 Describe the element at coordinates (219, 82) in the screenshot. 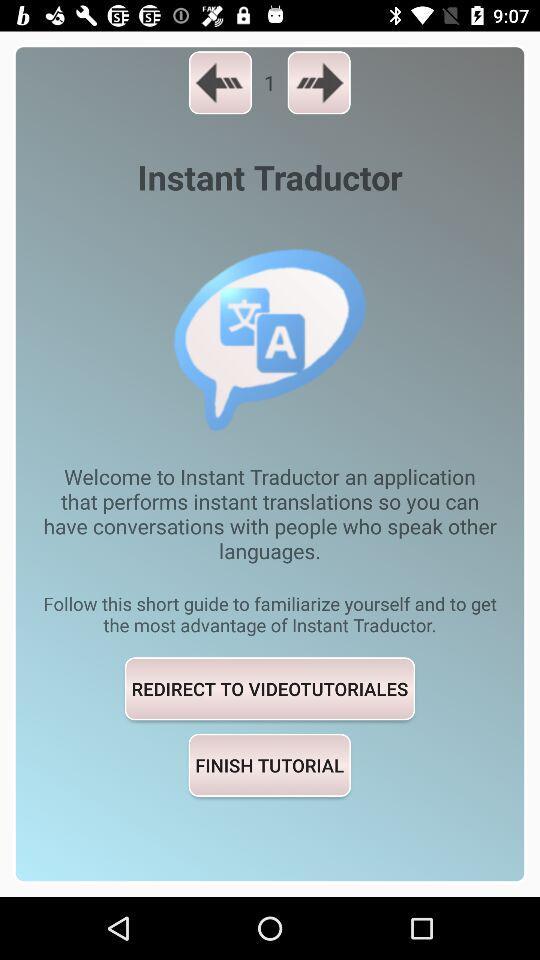

I see `the icon above the instant traductor item` at that location.